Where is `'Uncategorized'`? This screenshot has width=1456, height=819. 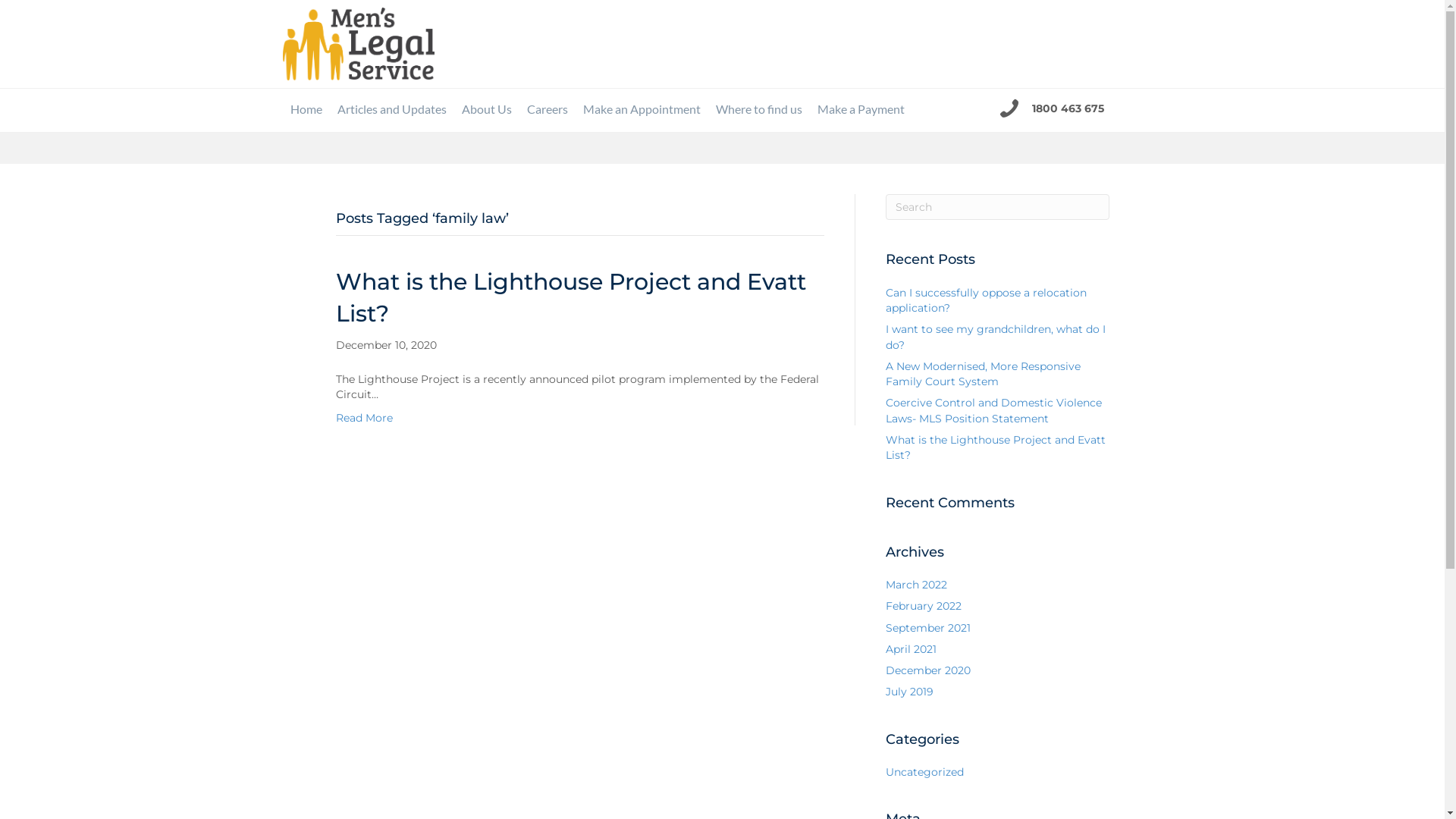 'Uncategorized' is located at coordinates (924, 772).